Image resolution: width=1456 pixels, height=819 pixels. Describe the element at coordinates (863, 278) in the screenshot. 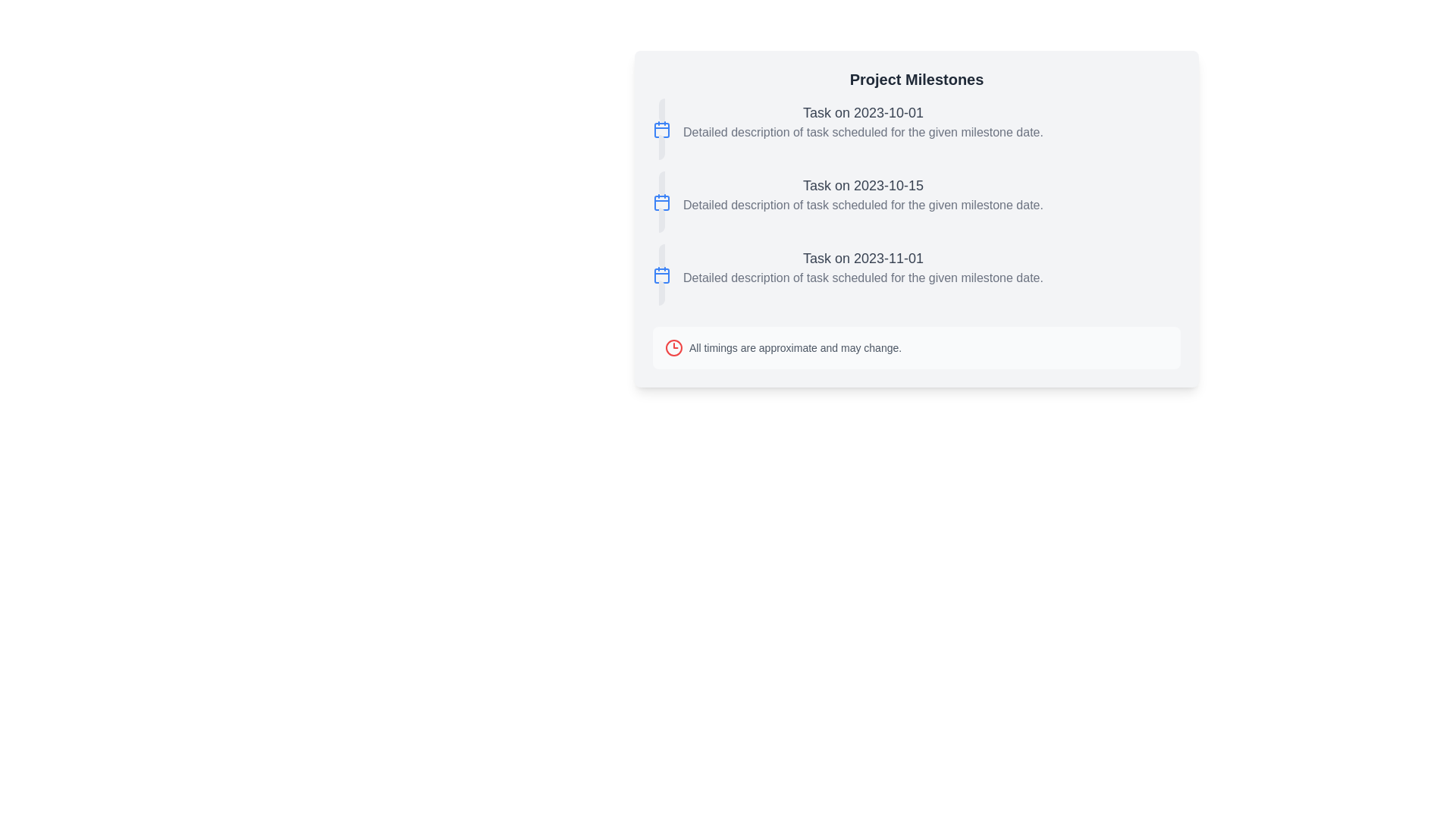

I see `the text label displaying 'Detailed description of task scheduled for the given milestone date.' for accessibility purposes` at that location.